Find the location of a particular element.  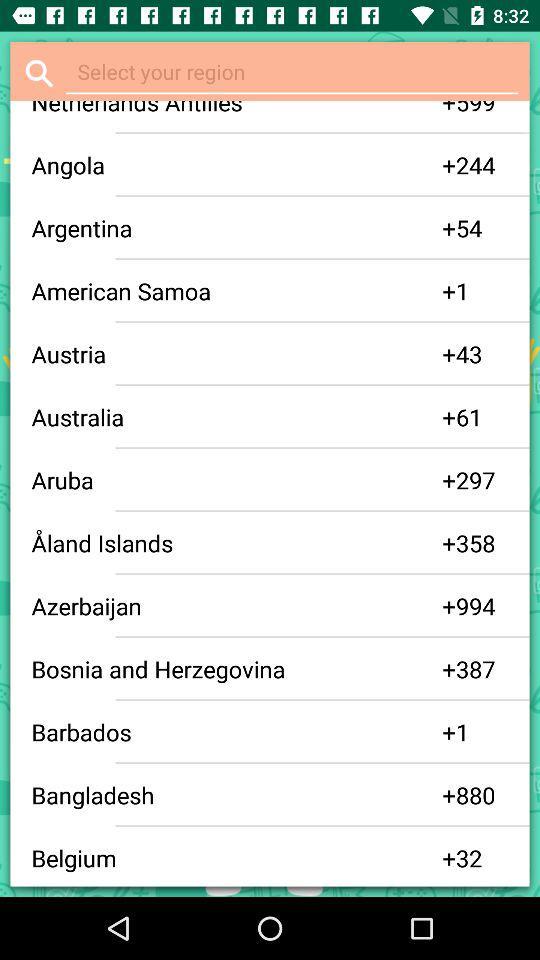

the app to the left of the + item is located at coordinates (237, 731).